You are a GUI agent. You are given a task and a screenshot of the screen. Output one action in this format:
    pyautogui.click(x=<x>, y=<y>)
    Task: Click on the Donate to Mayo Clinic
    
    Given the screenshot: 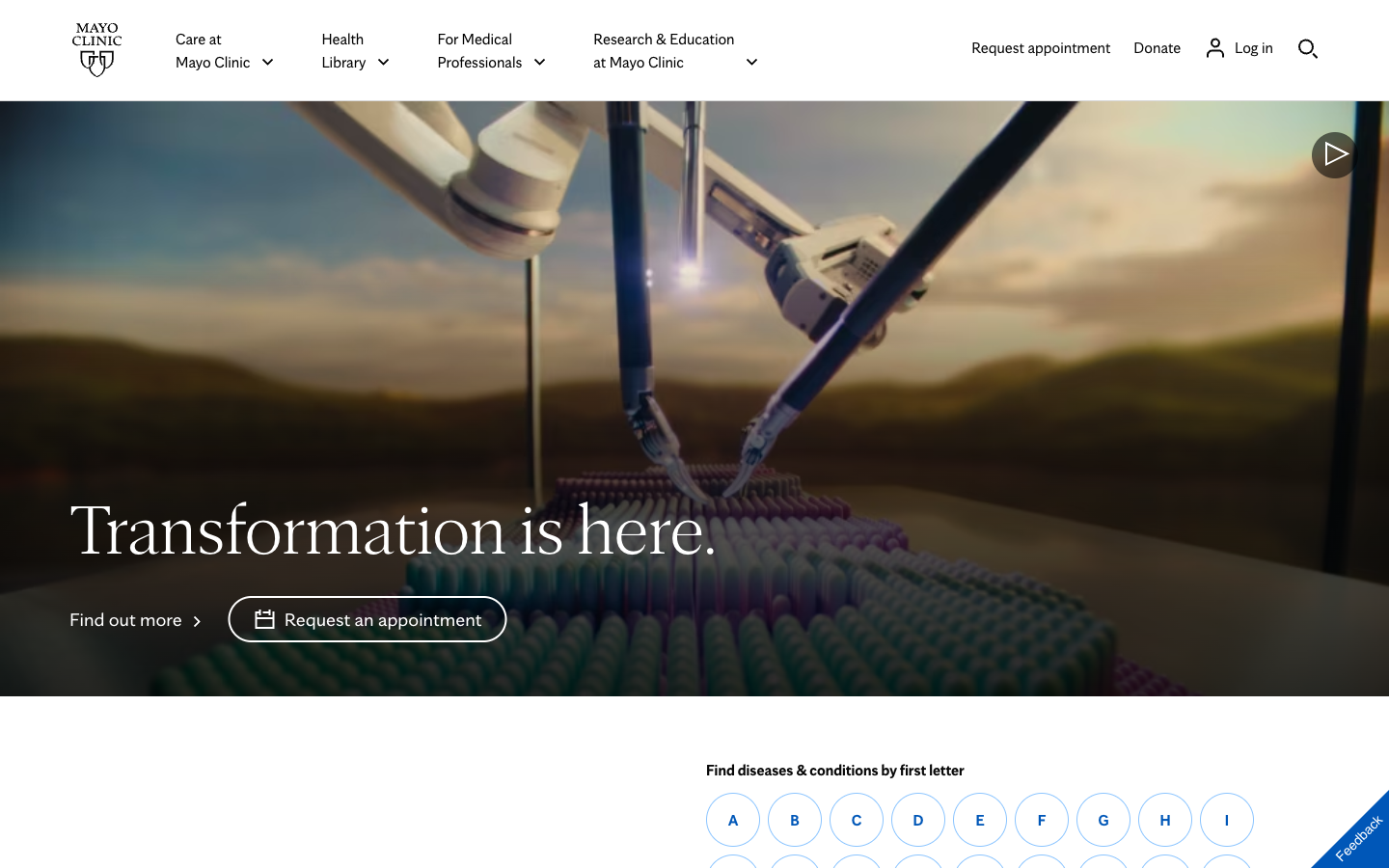 What is the action you would take?
    pyautogui.click(x=1157, y=45)
    